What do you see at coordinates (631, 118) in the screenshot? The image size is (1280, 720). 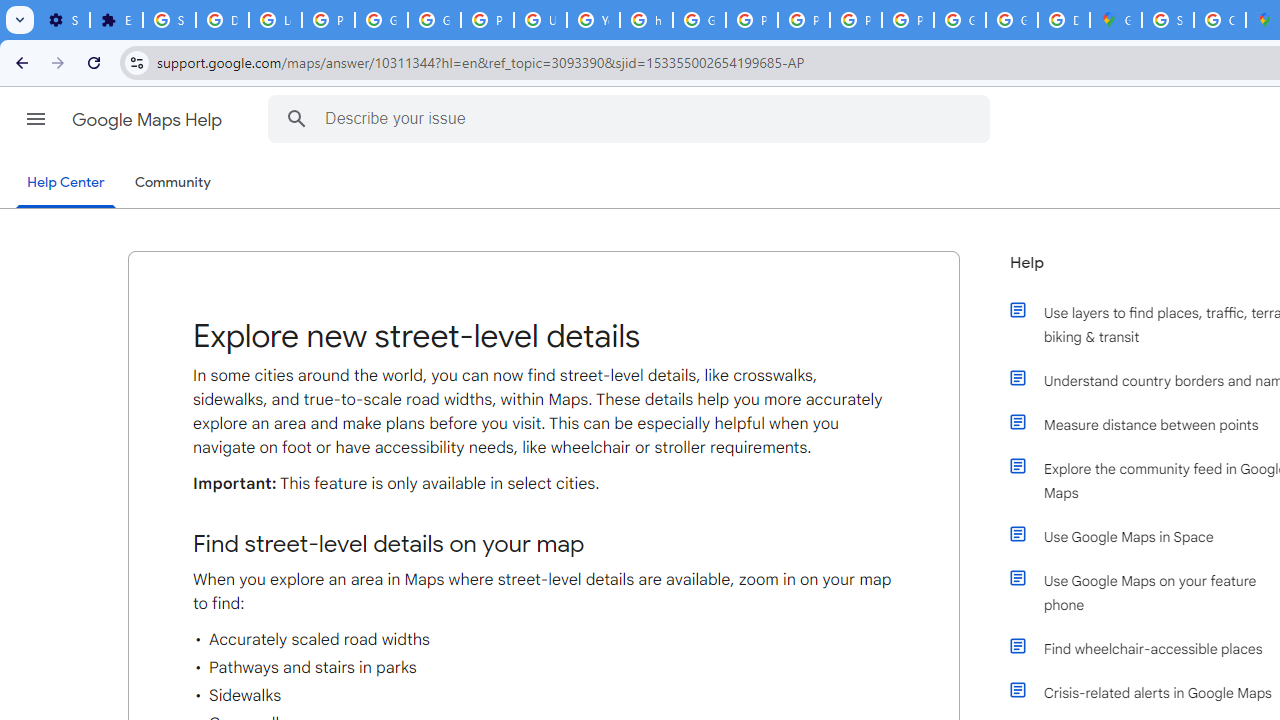 I see `'Describe your issue'` at bounding box center [631, 118].